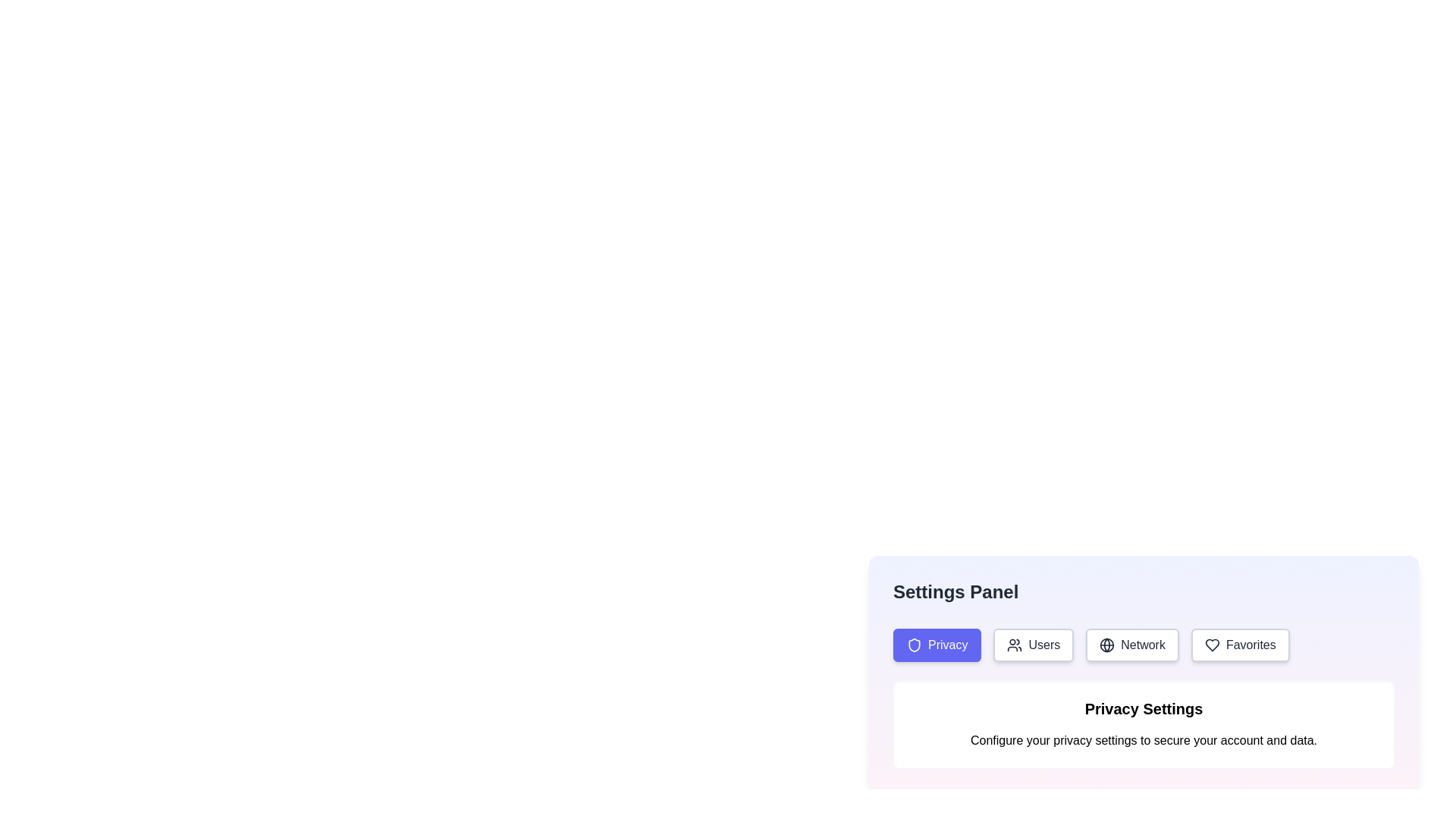 This screenshot has height=819, width=1456. I want to click on the icon representing a group of people, which is located to the left of the 'Users' button in the settings options area, so click(1015, 645).